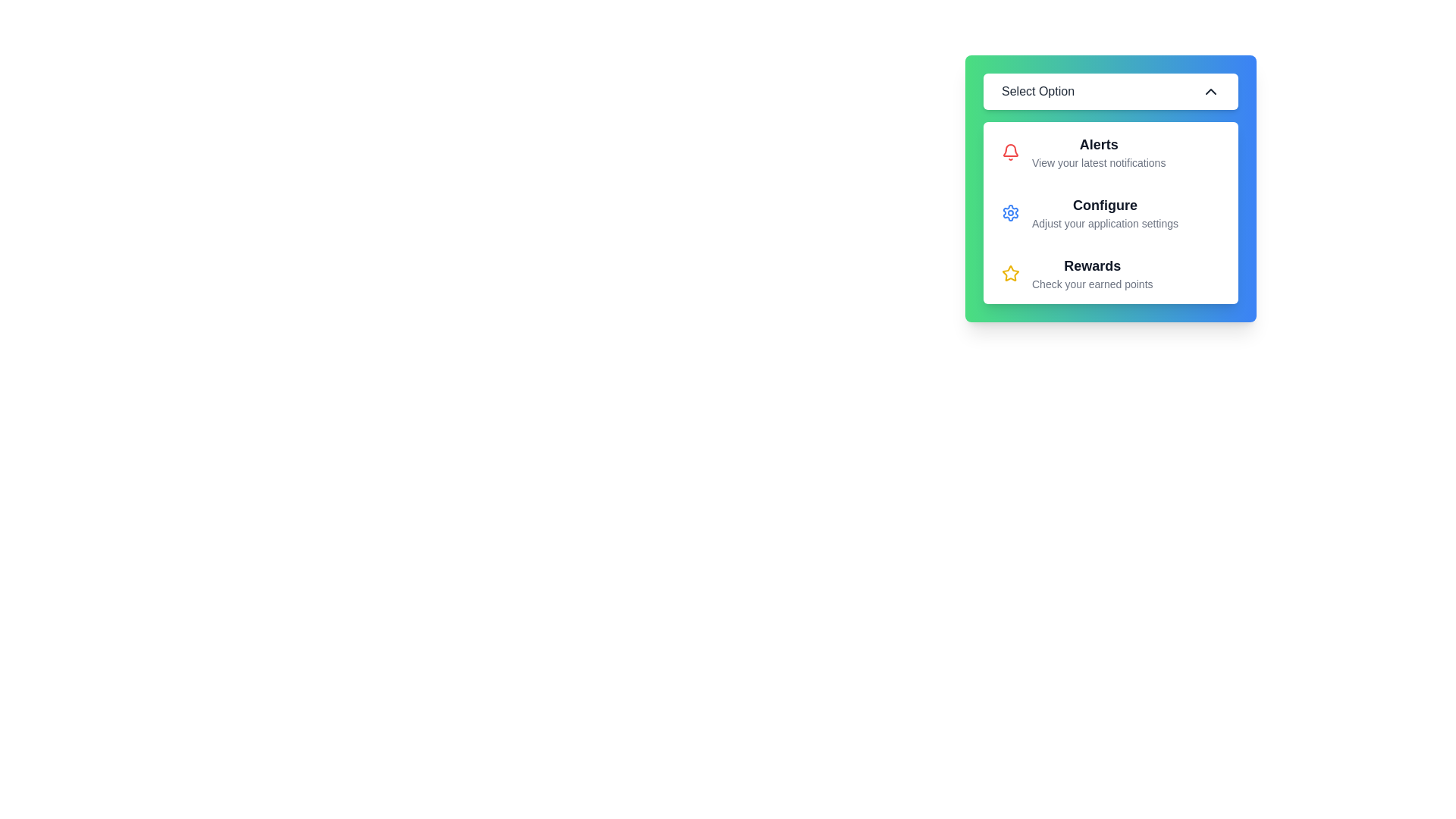  I want to click on the text label displaying 'Check your earned points', which is located beneath the 'Rewards' heading in a vertical menu structure, so click(1092, 284).